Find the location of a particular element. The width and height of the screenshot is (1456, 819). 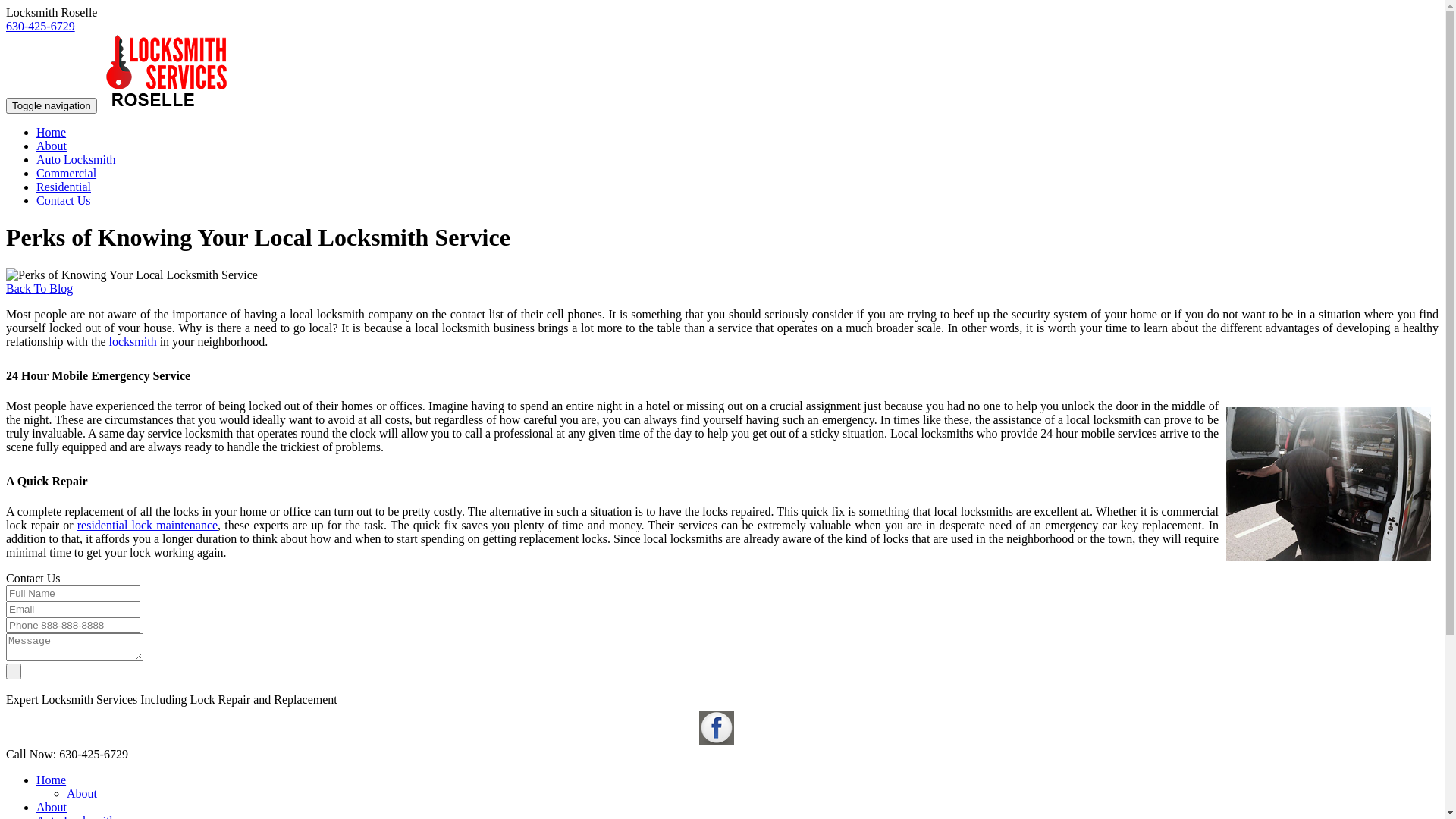

'Auto Locksmith' is located at coordinates (75, 159).